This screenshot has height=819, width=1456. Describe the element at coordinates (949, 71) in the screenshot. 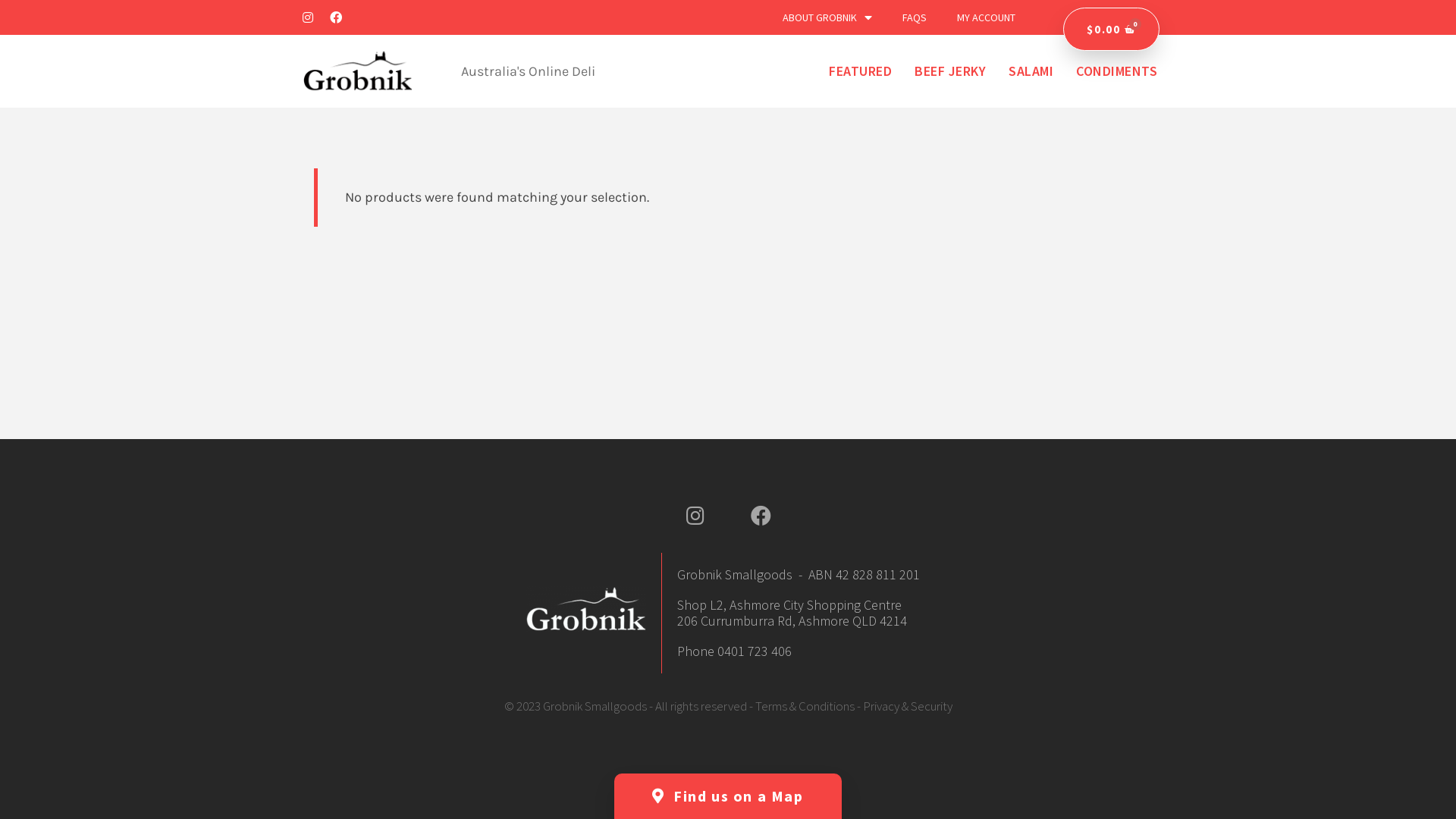

I see `'BEEF JERKY'` at that location.